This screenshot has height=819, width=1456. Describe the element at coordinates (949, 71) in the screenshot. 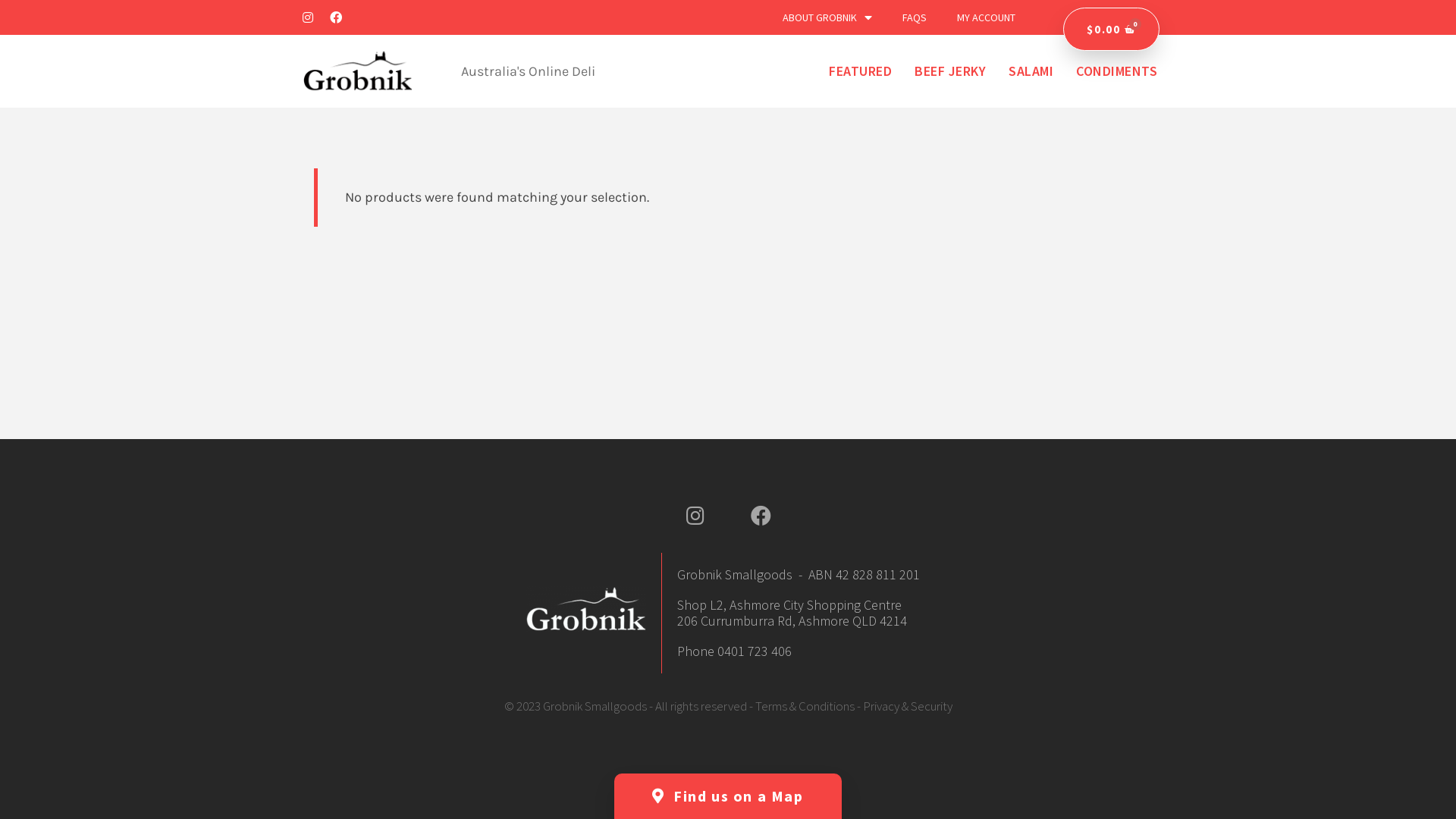

I see `'BEEF JERKY'` at that location.